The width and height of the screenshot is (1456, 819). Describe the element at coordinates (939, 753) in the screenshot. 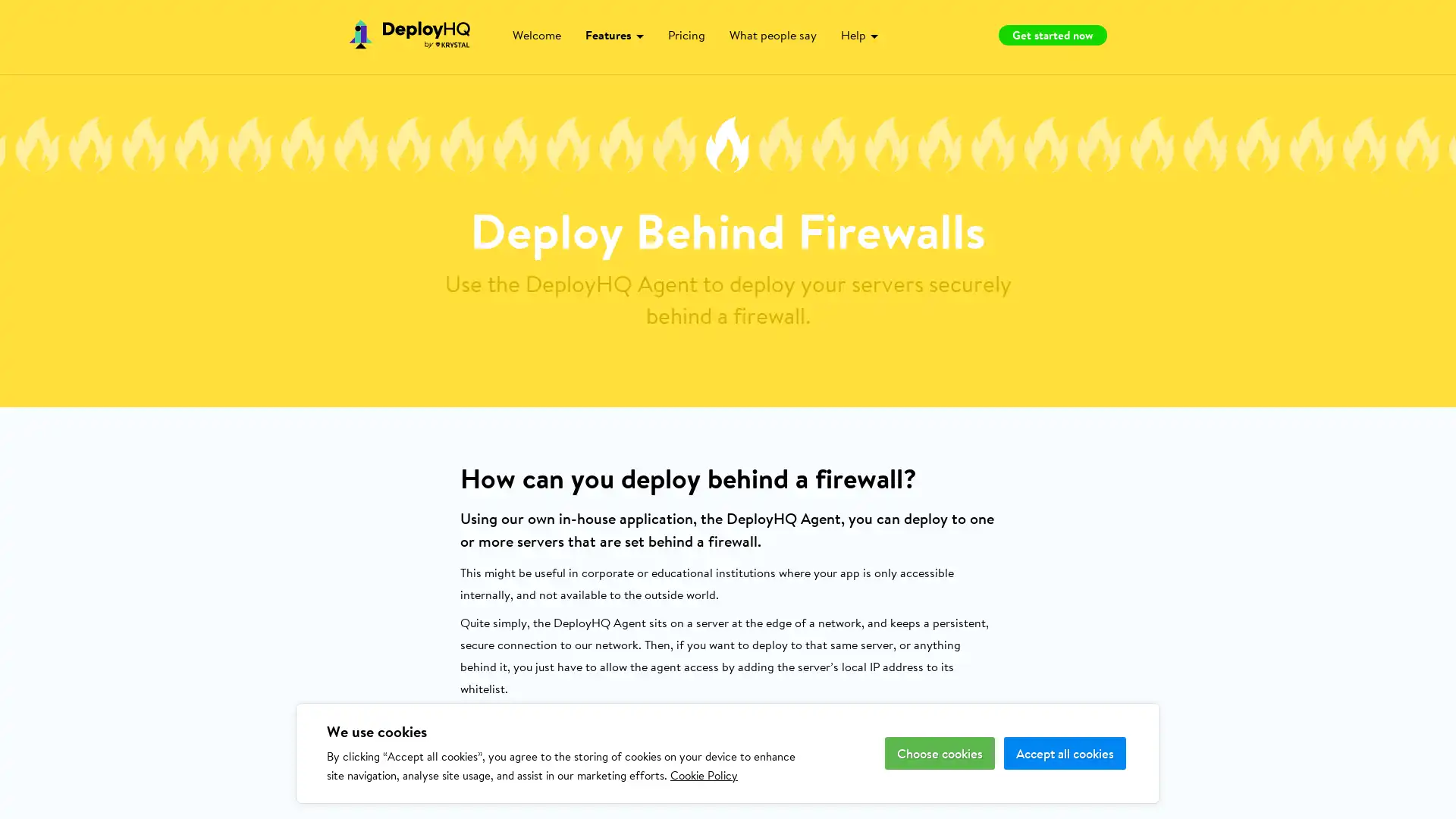

I see `Choose cookies` at that location.